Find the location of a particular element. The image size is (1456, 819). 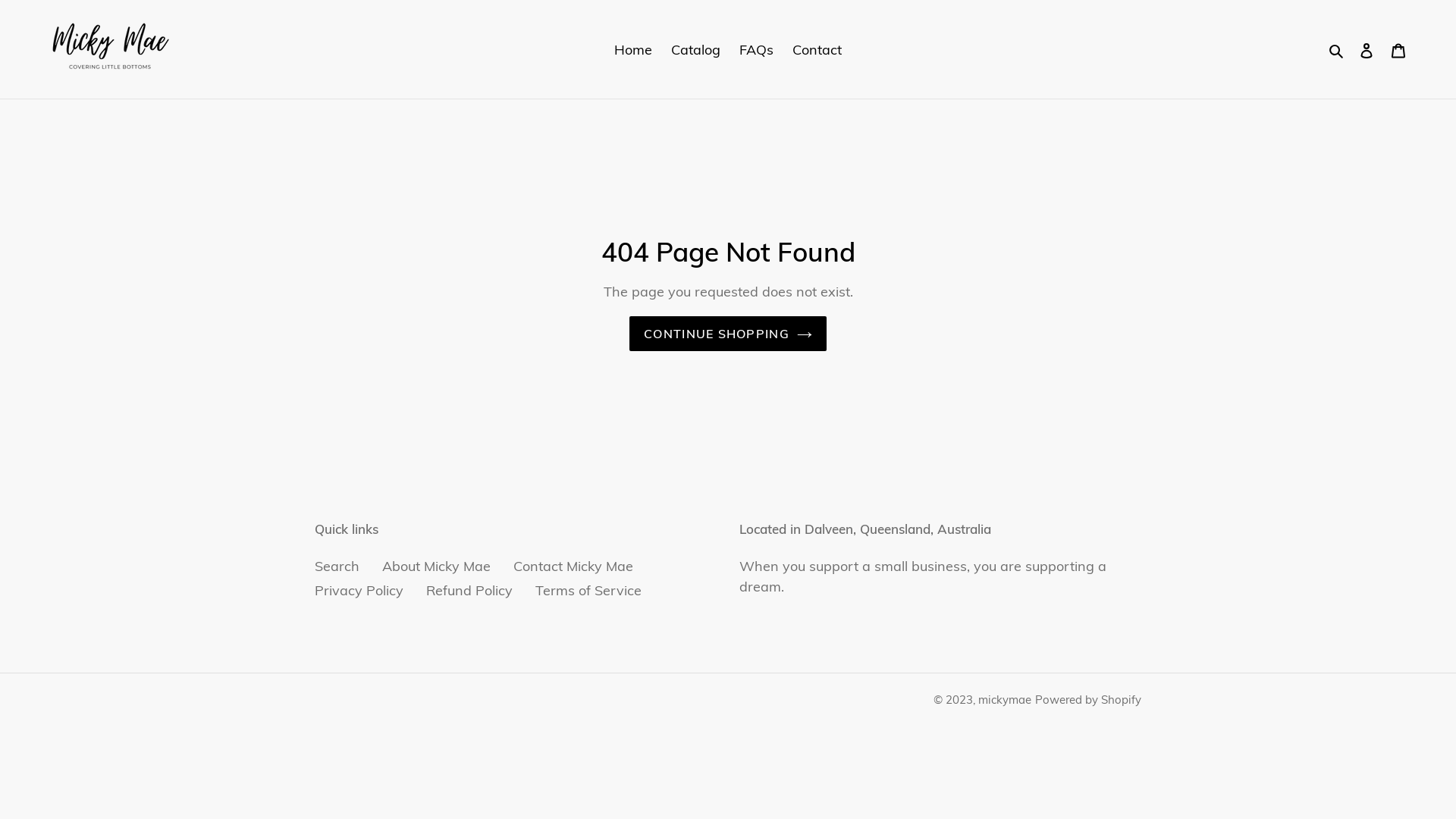

'Powered by Shopify' is located at coordinates (1087, 699).